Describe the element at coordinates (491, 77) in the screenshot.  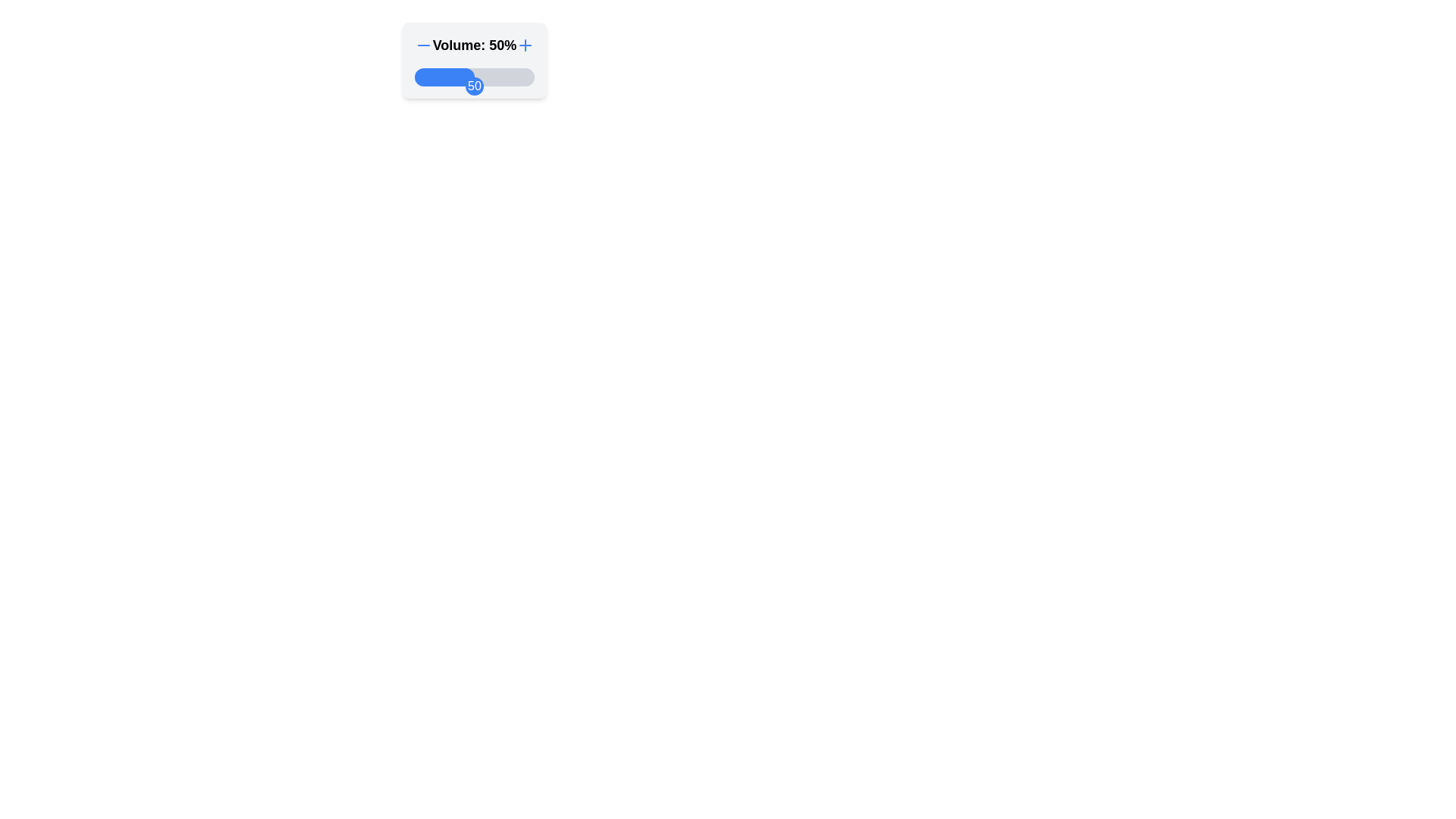
I see `the slider` at that location.